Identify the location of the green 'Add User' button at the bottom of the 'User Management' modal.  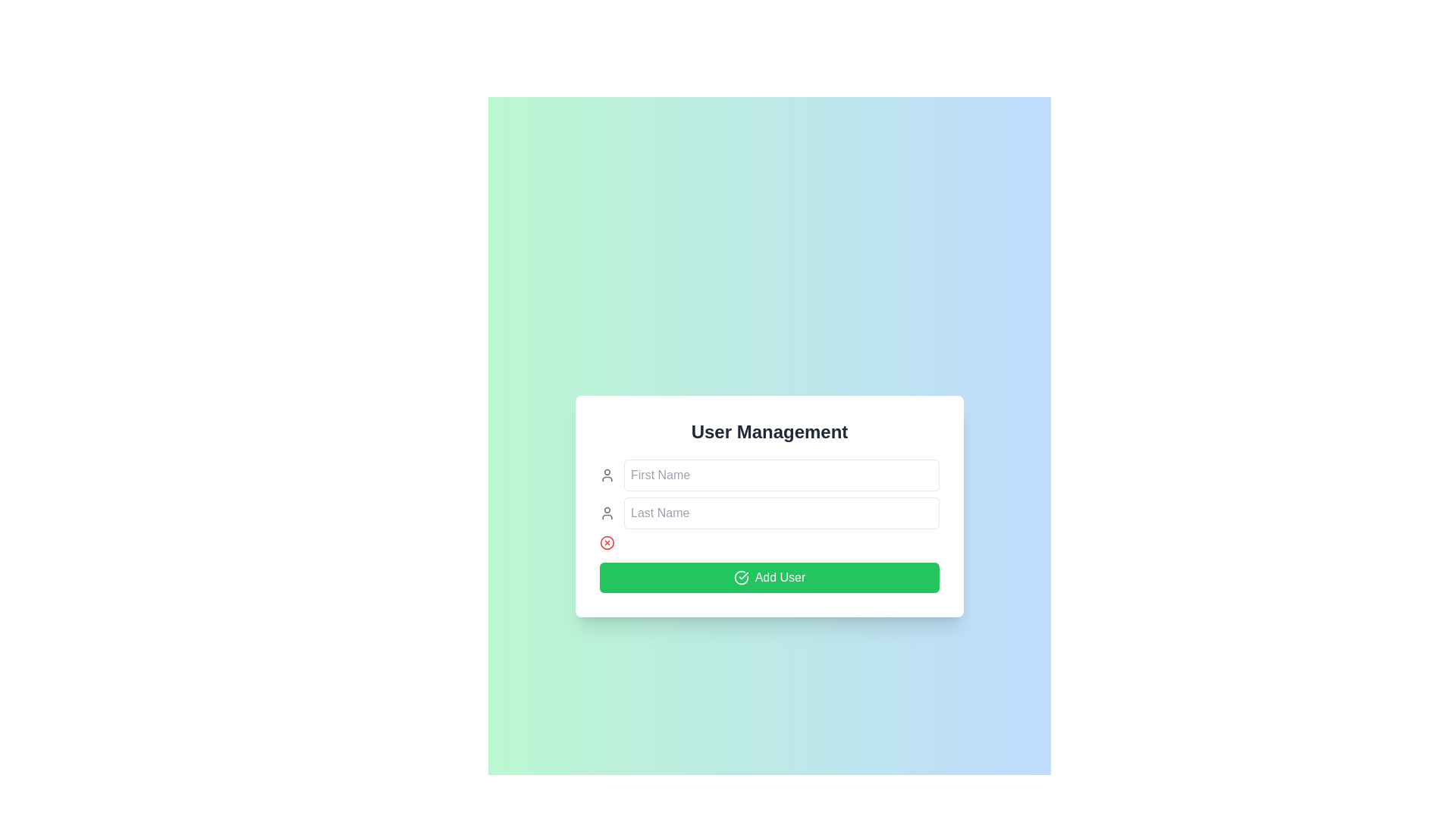
(769, 578).